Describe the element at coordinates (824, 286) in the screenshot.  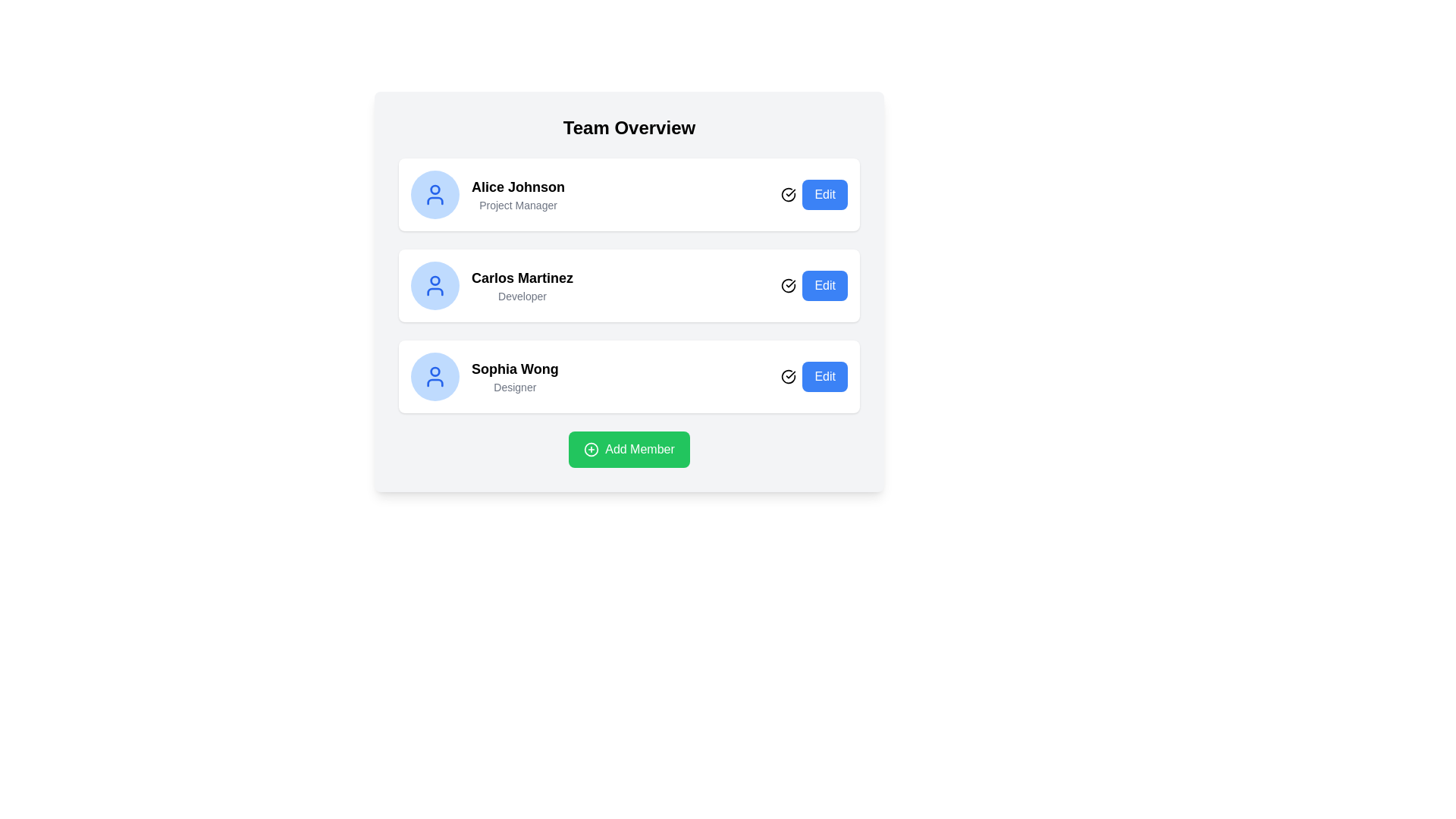
I see `the 'Edit' button` at that location.